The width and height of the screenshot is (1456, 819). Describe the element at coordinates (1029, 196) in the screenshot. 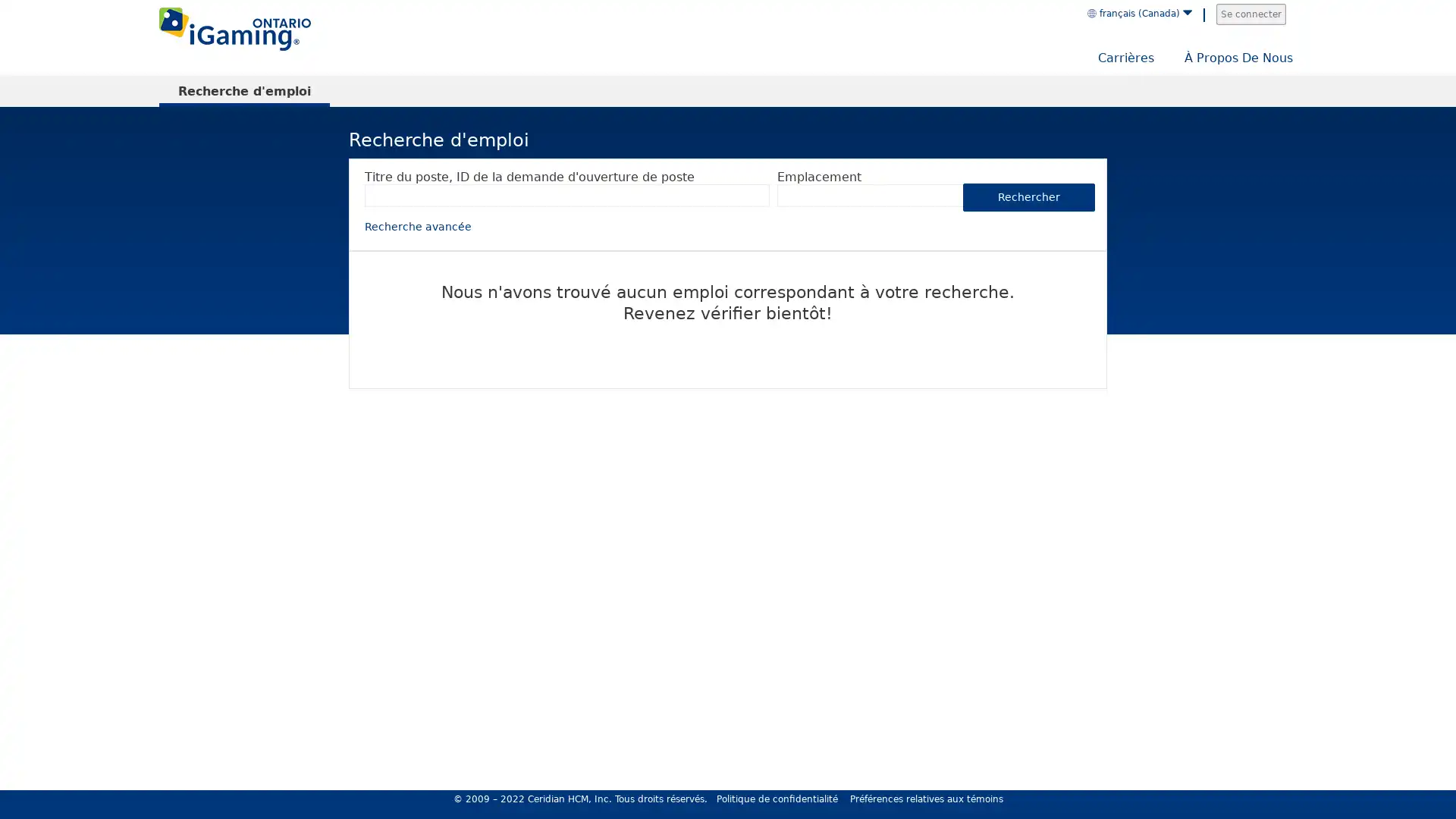

I see `Rechercher` at that location.